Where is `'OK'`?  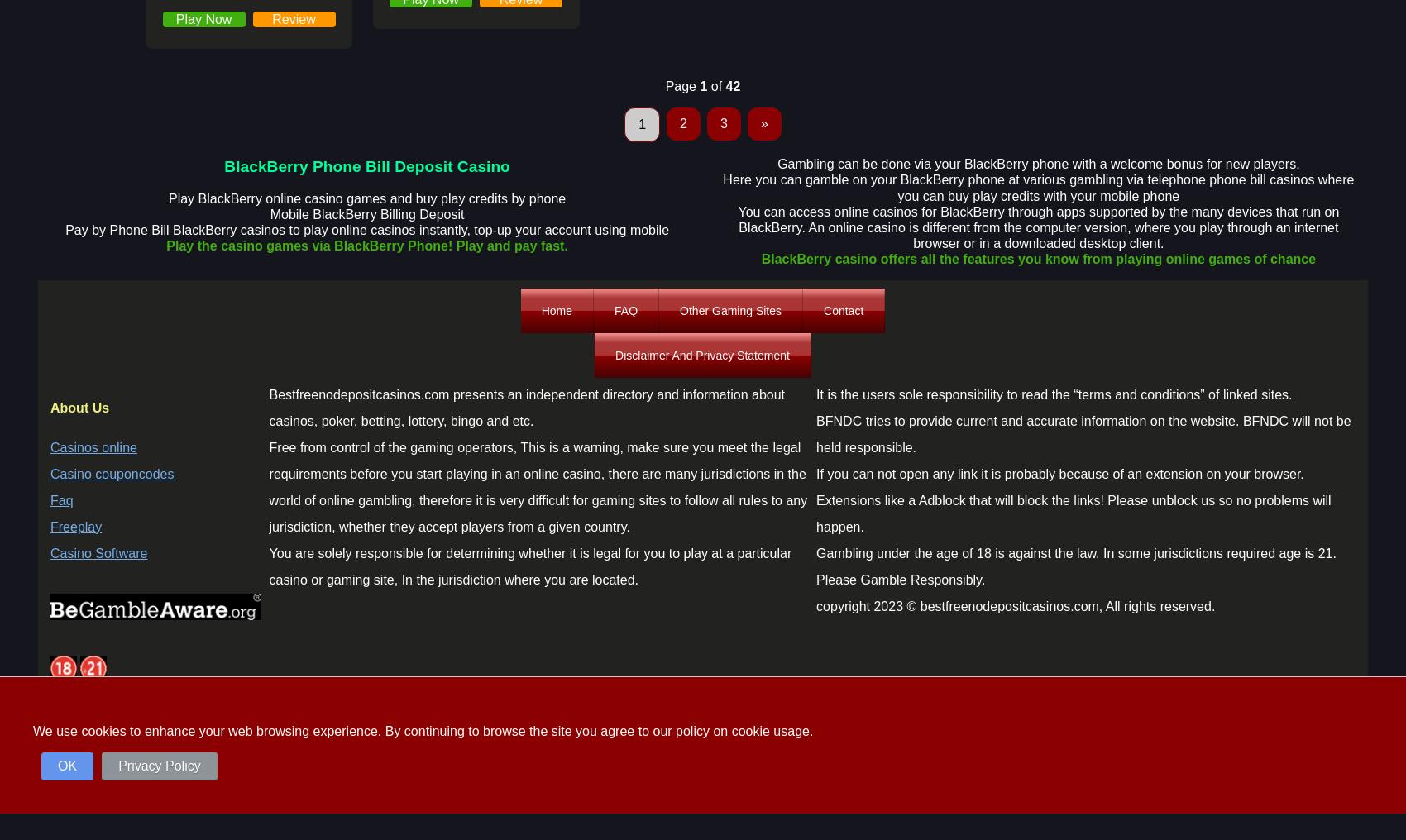 'OK' is located at coordinates (67, 765).